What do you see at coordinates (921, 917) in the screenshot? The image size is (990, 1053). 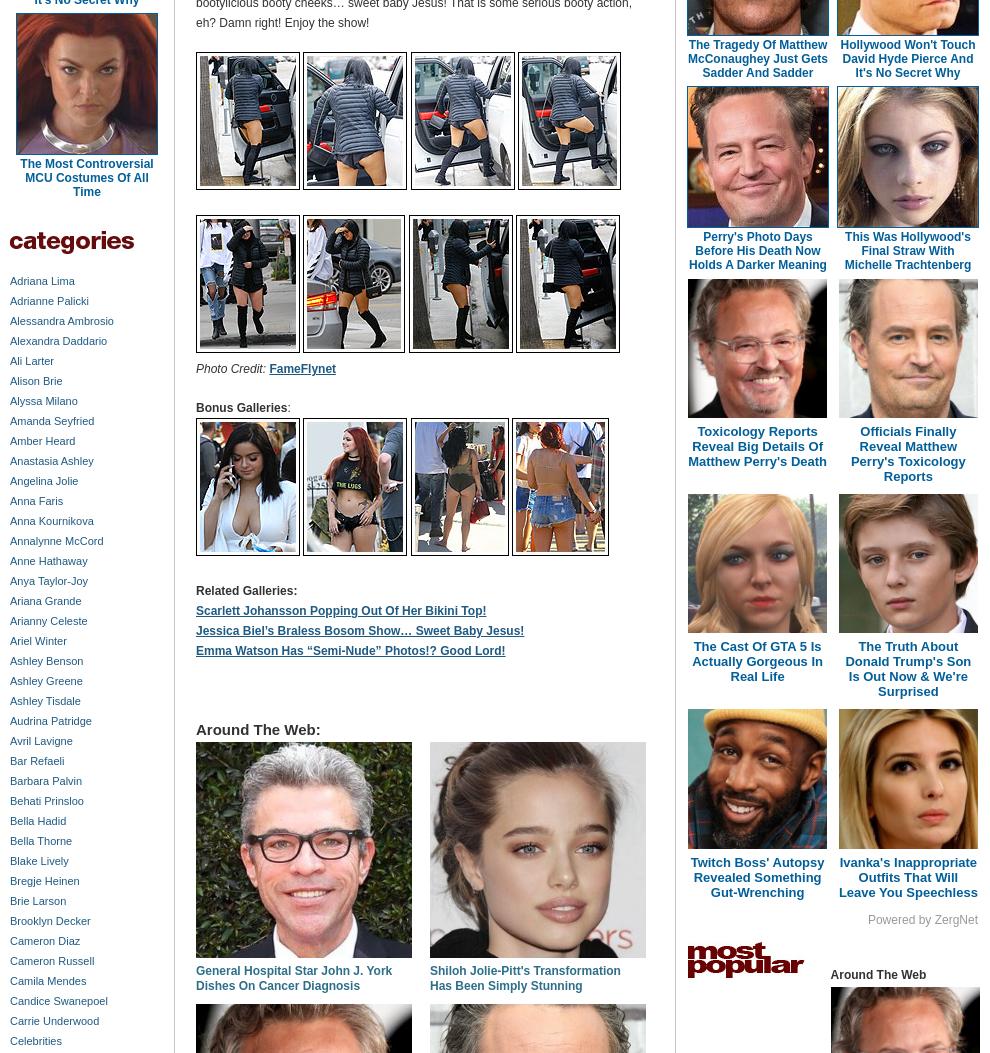 I see `'Powered by ZergNet'` at bounding box center [921, 917].